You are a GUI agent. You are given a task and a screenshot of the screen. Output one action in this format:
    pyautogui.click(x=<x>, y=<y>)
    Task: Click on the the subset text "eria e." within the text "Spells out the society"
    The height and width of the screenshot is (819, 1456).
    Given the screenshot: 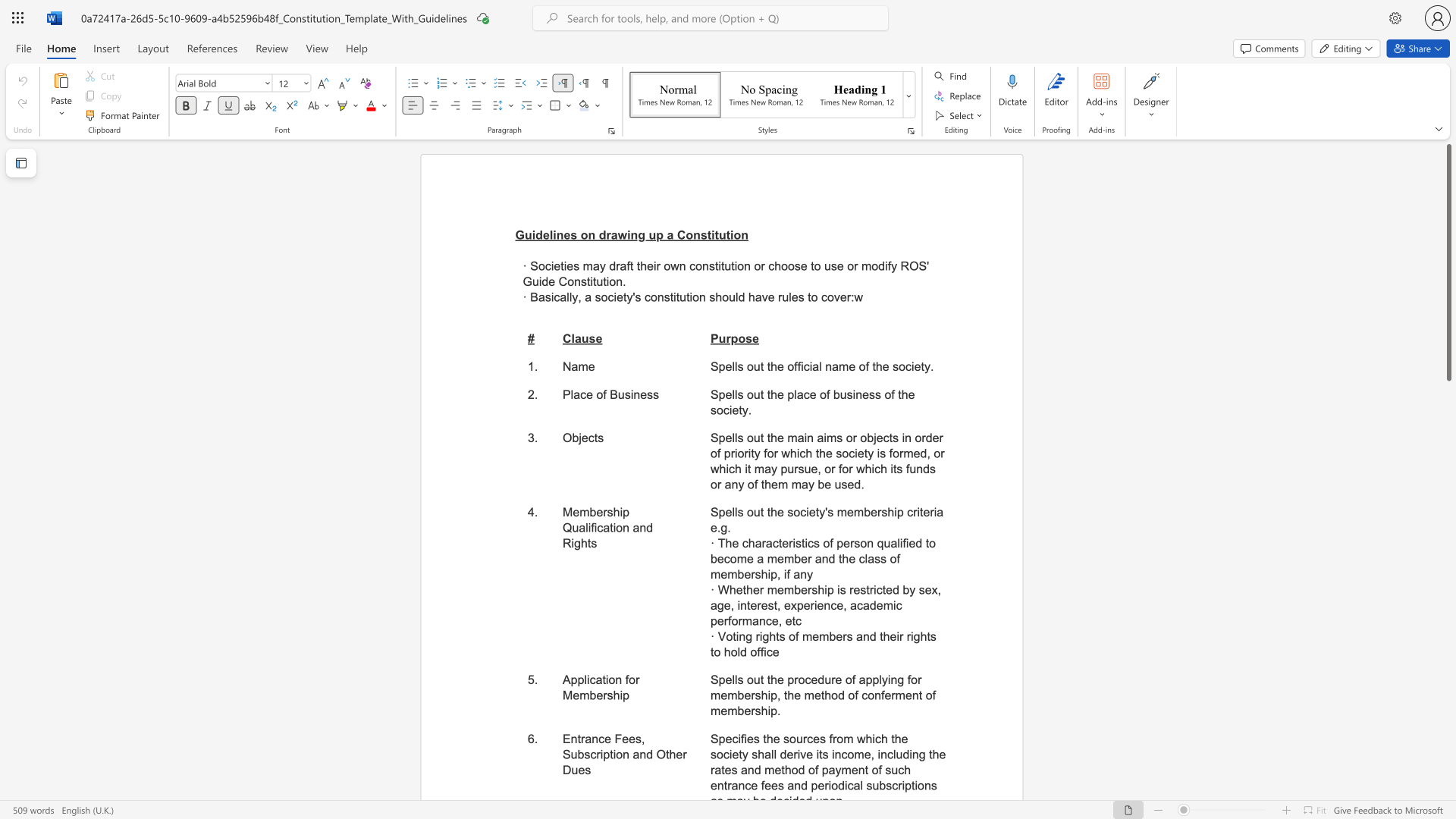 What is the action you would take?
    pyautogui.click(x=922, y=512)
    